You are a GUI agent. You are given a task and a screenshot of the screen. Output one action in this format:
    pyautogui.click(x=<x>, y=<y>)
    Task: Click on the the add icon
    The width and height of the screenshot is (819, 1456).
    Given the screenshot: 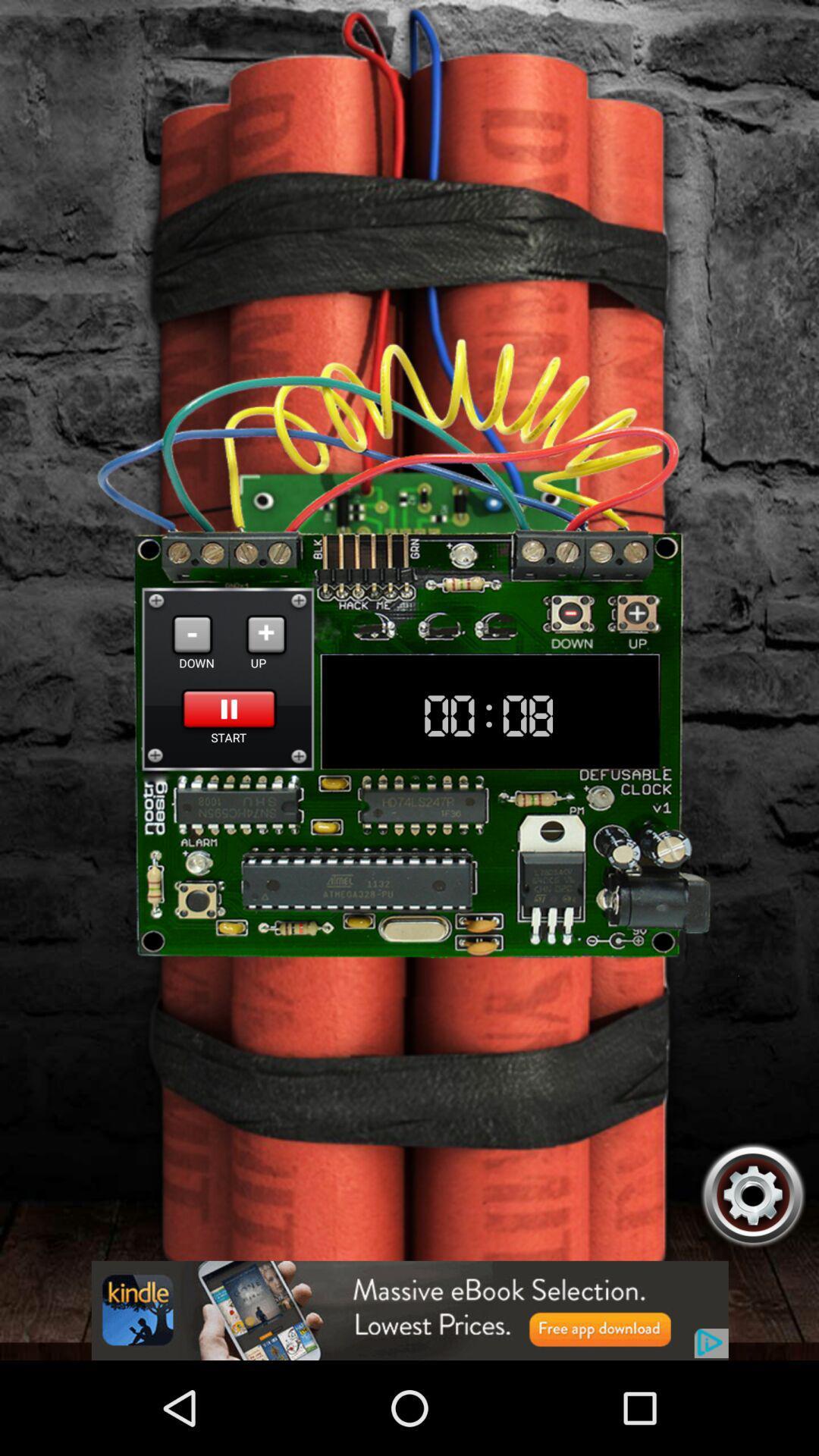 What is the action you would take?
    pyautogui.click(x=265, y=682)
    